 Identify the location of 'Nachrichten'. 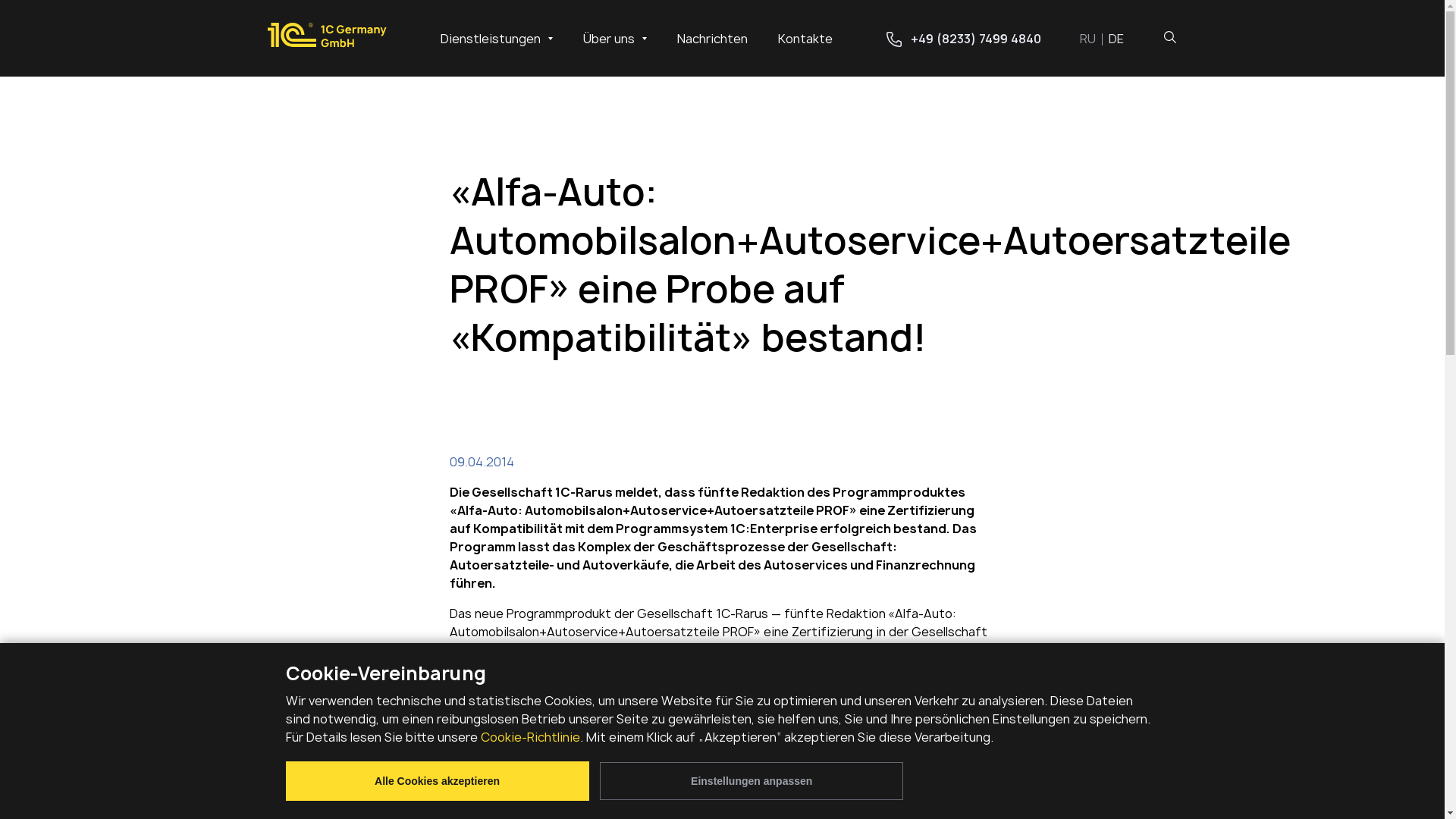
(711, 37).